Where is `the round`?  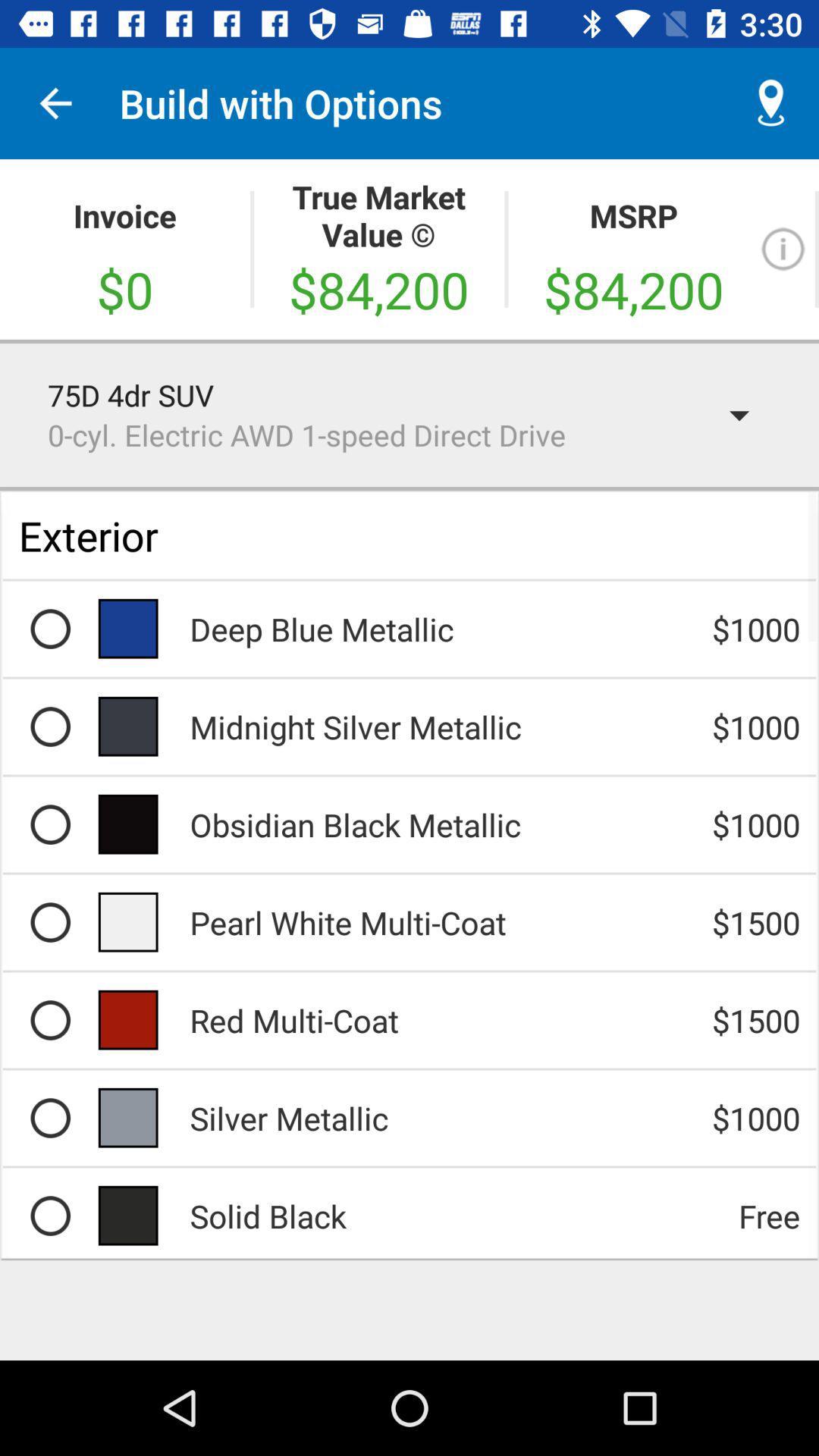 the round is located at coordinates (49, 1020).